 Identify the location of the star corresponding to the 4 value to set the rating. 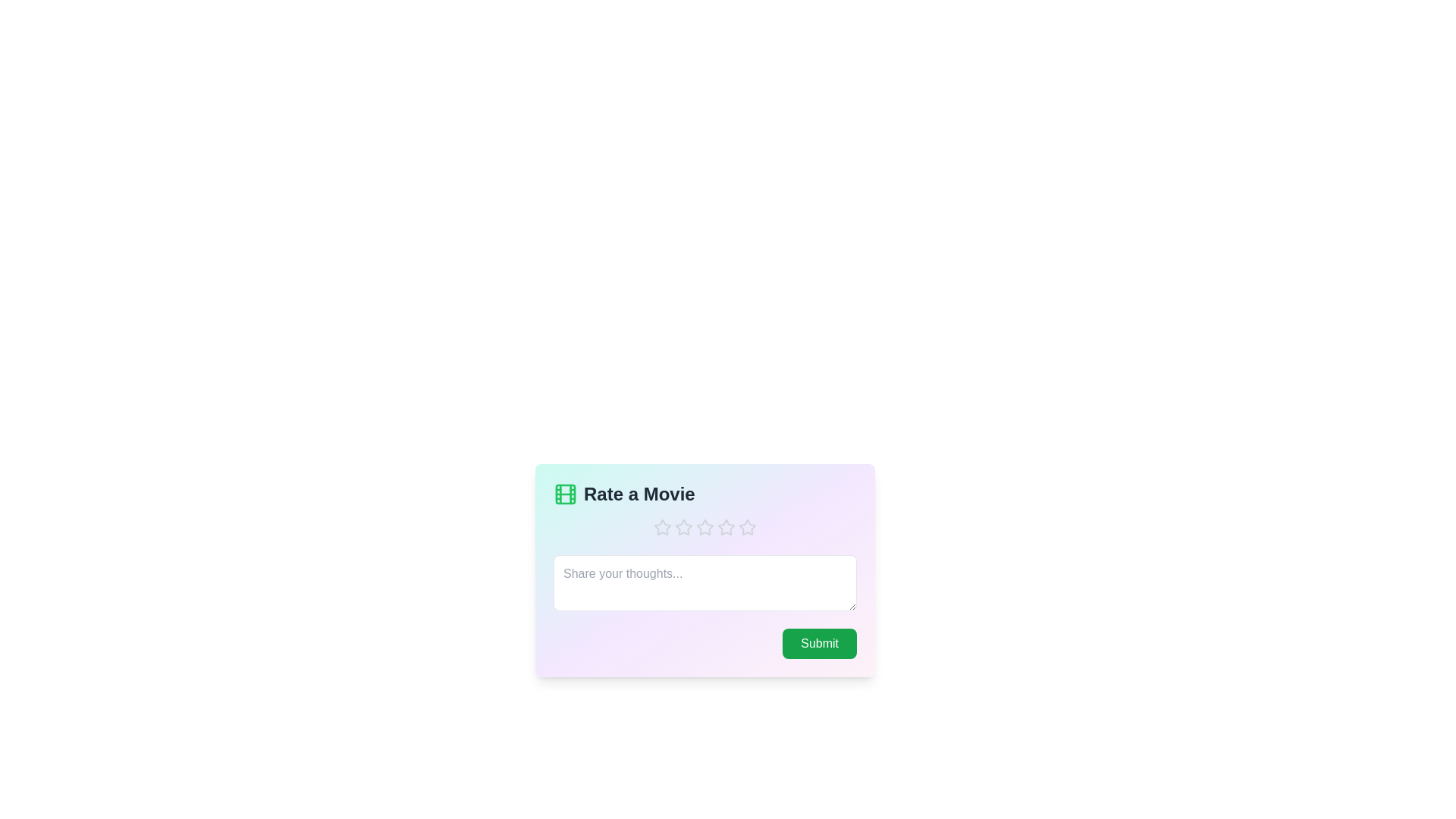
(726, 526).